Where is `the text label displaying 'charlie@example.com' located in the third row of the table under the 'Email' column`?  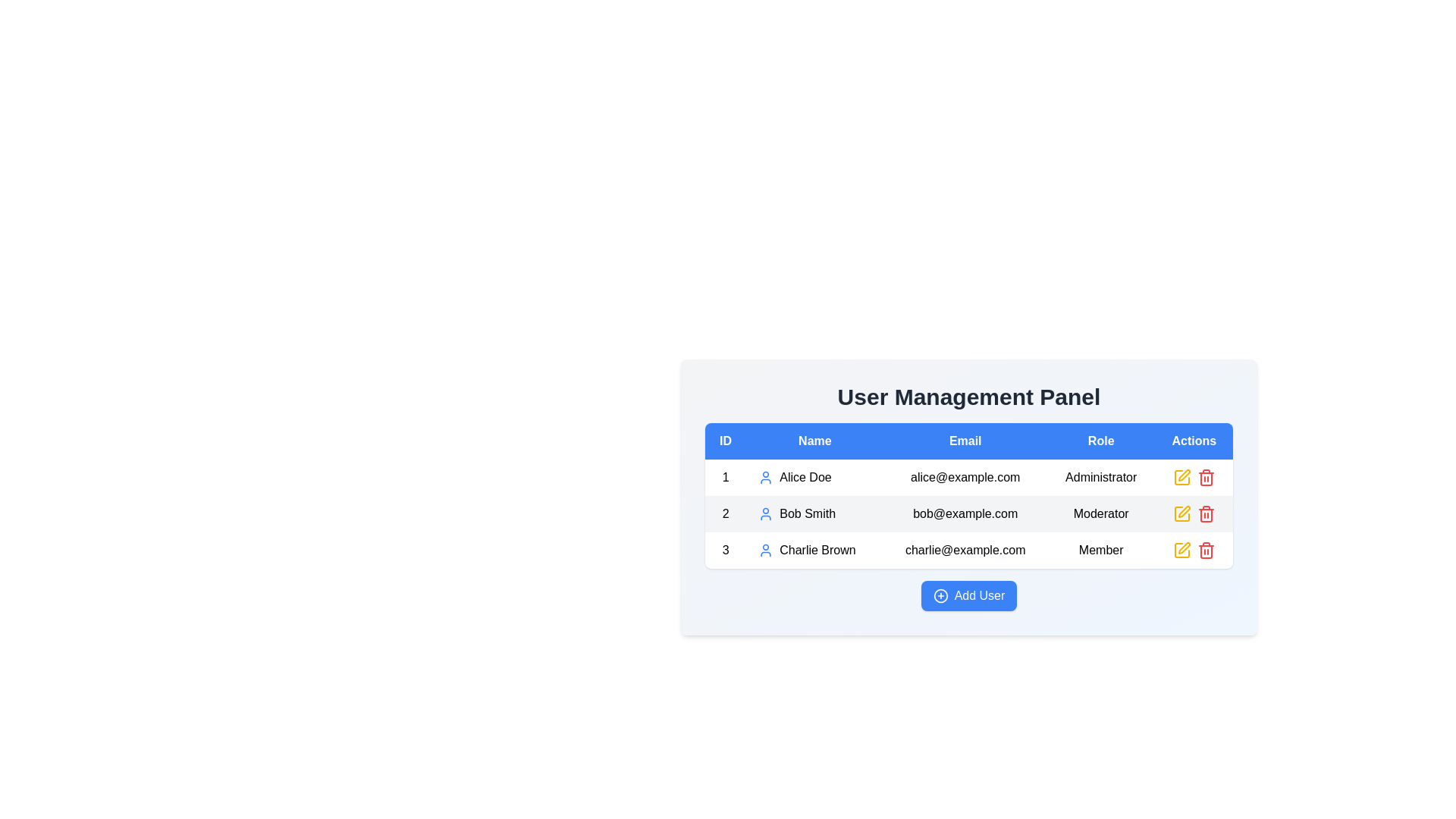 the text label displaying 'charlie@example.com' located in the third row of the table under the 'Email' column is located at coordinates (965, 550).